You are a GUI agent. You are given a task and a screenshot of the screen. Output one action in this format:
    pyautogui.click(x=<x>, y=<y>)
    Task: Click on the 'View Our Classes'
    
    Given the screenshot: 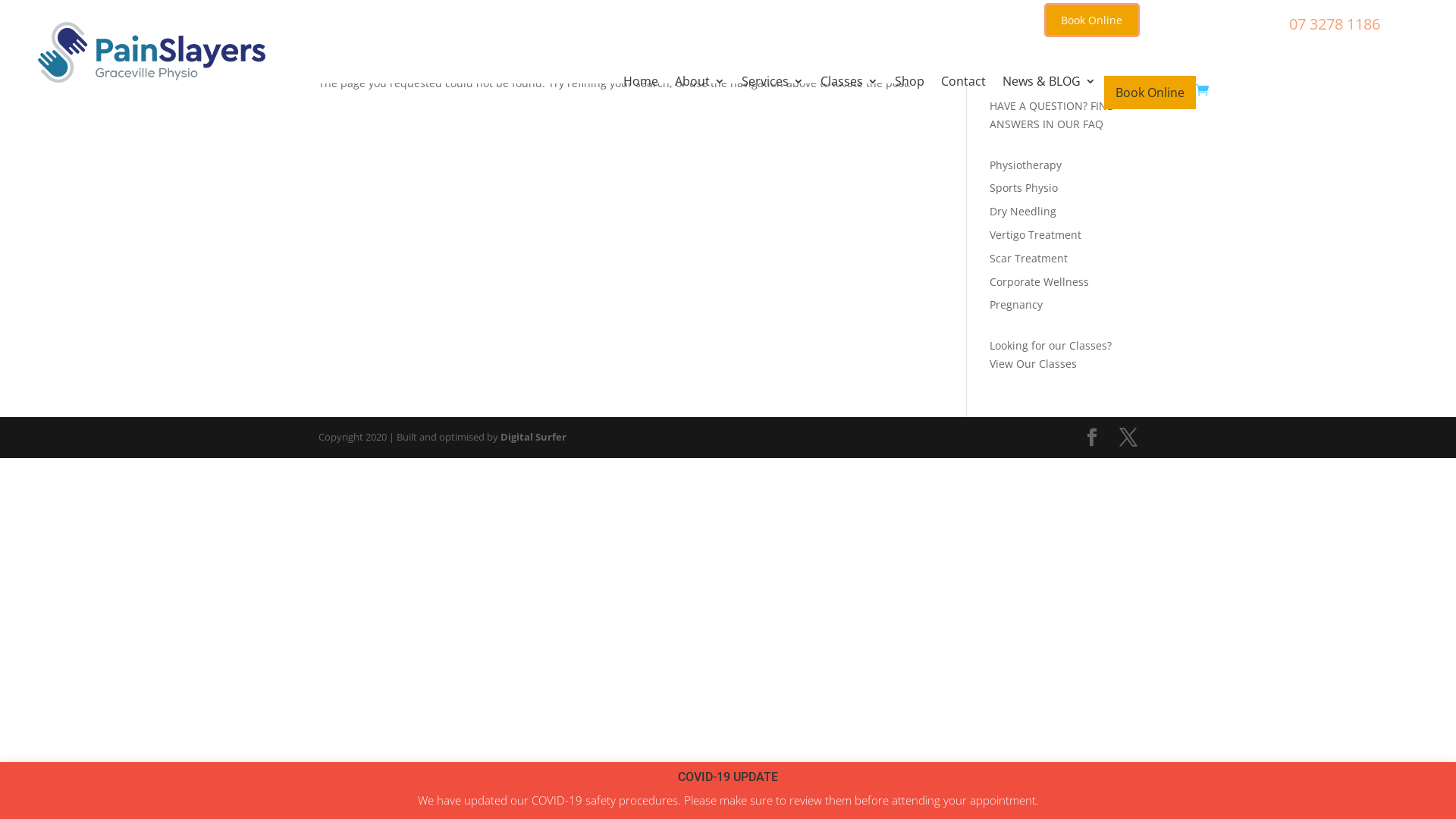 What is the action you would take?
    pyautogui.click(x=1032, y=363)
    